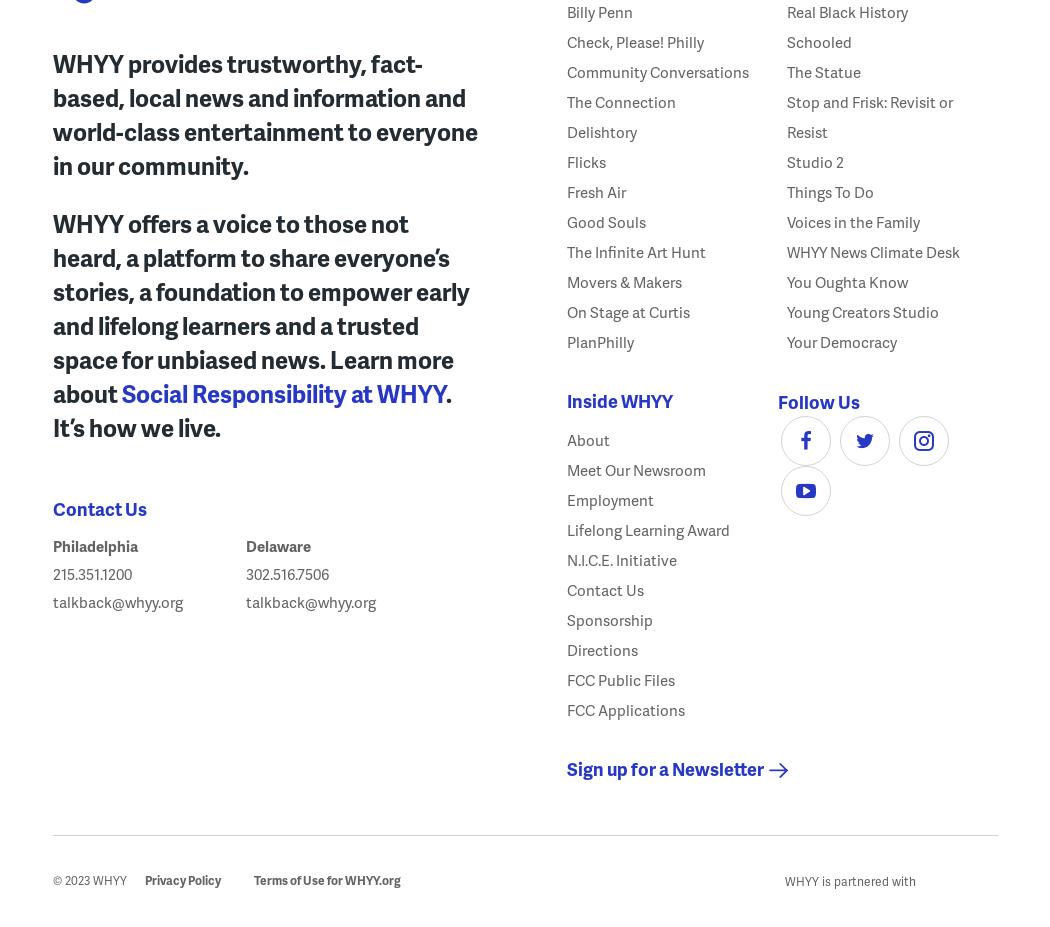  I want to click on 'Voices in the Family', so click(853, 220).